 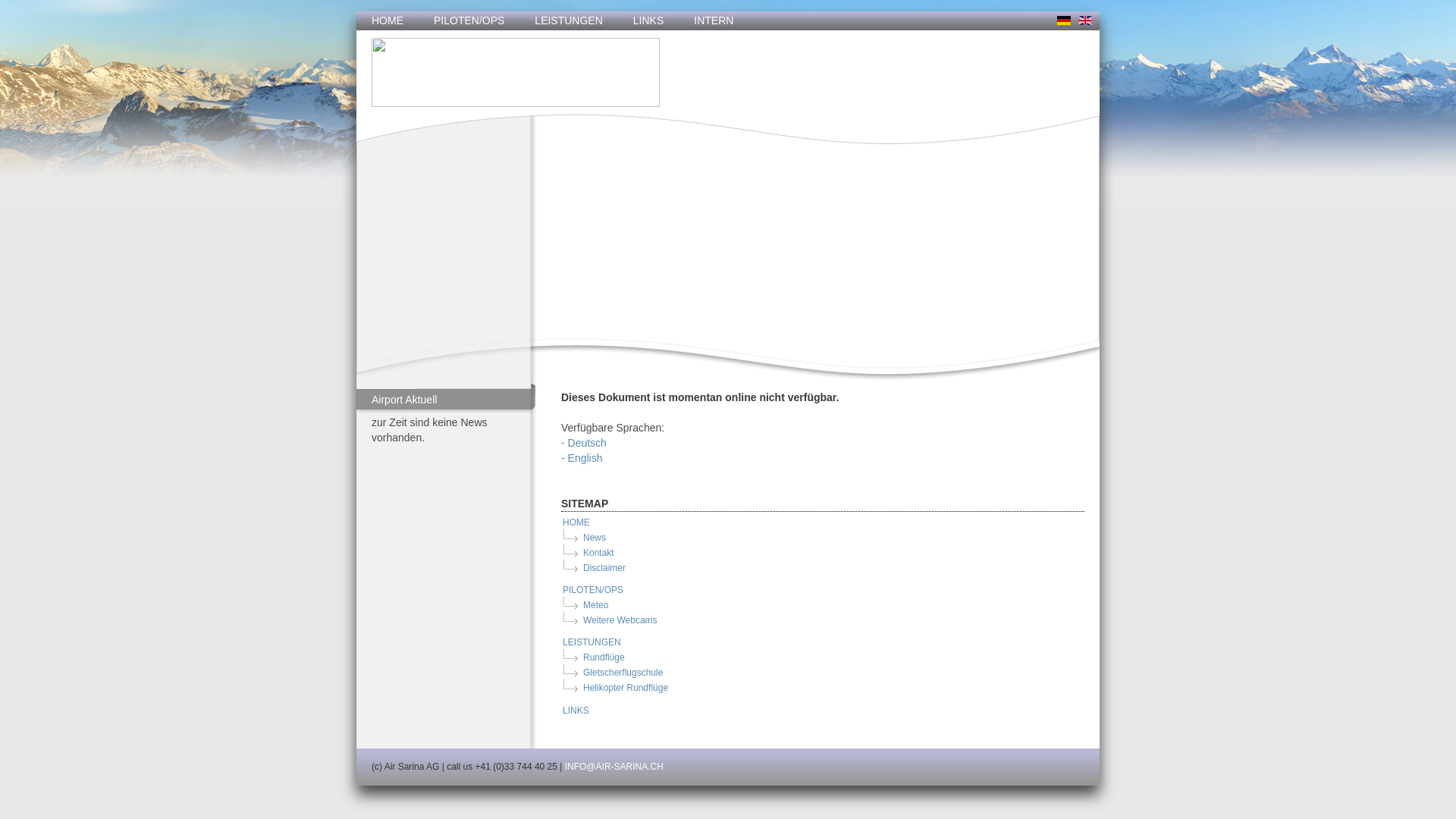 I want to click on 'Weitere Webcams', so click(x=619, y=620).